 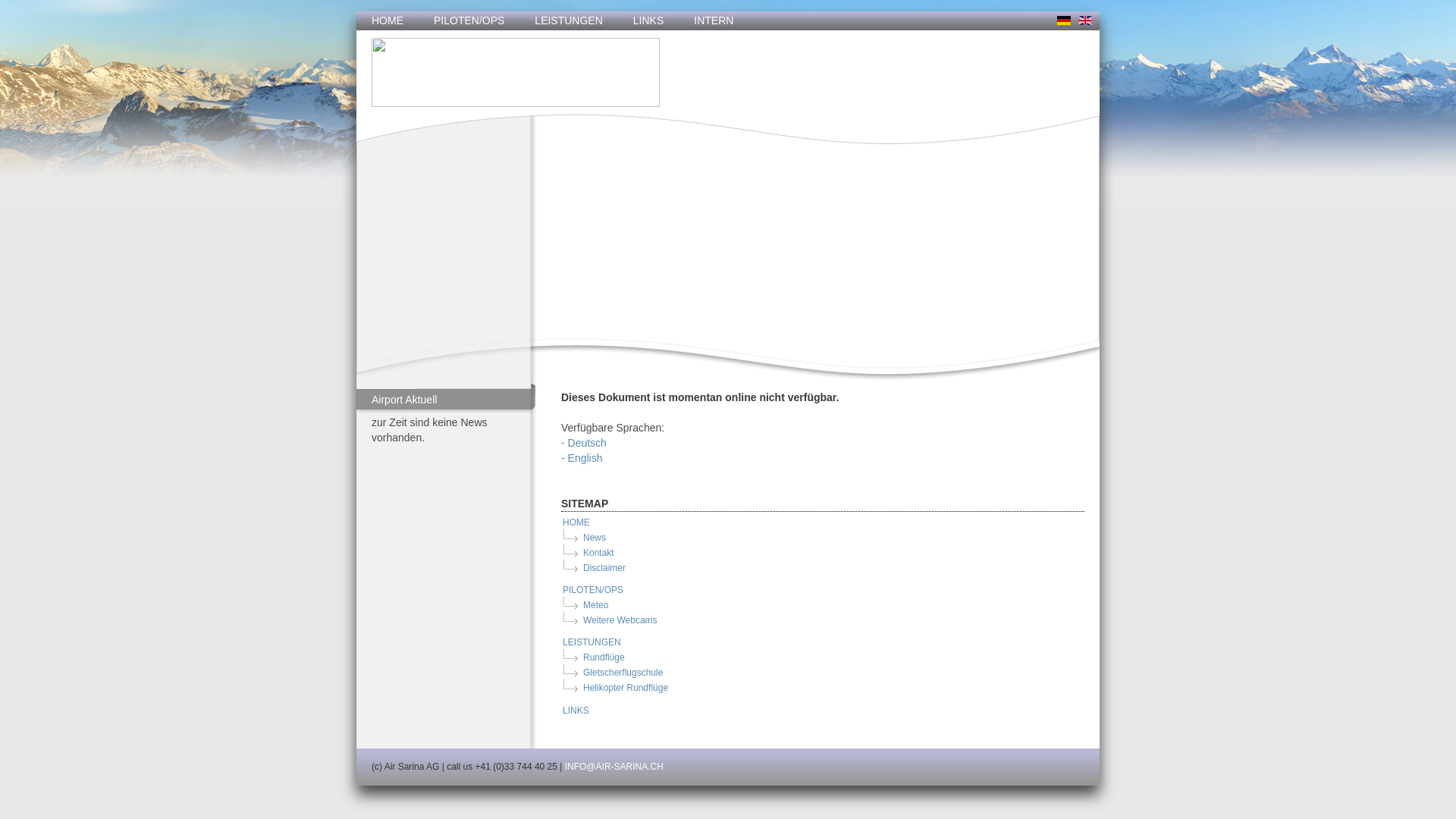 I want to click on 'Weitere Webcams', so click(x=619, y=620).